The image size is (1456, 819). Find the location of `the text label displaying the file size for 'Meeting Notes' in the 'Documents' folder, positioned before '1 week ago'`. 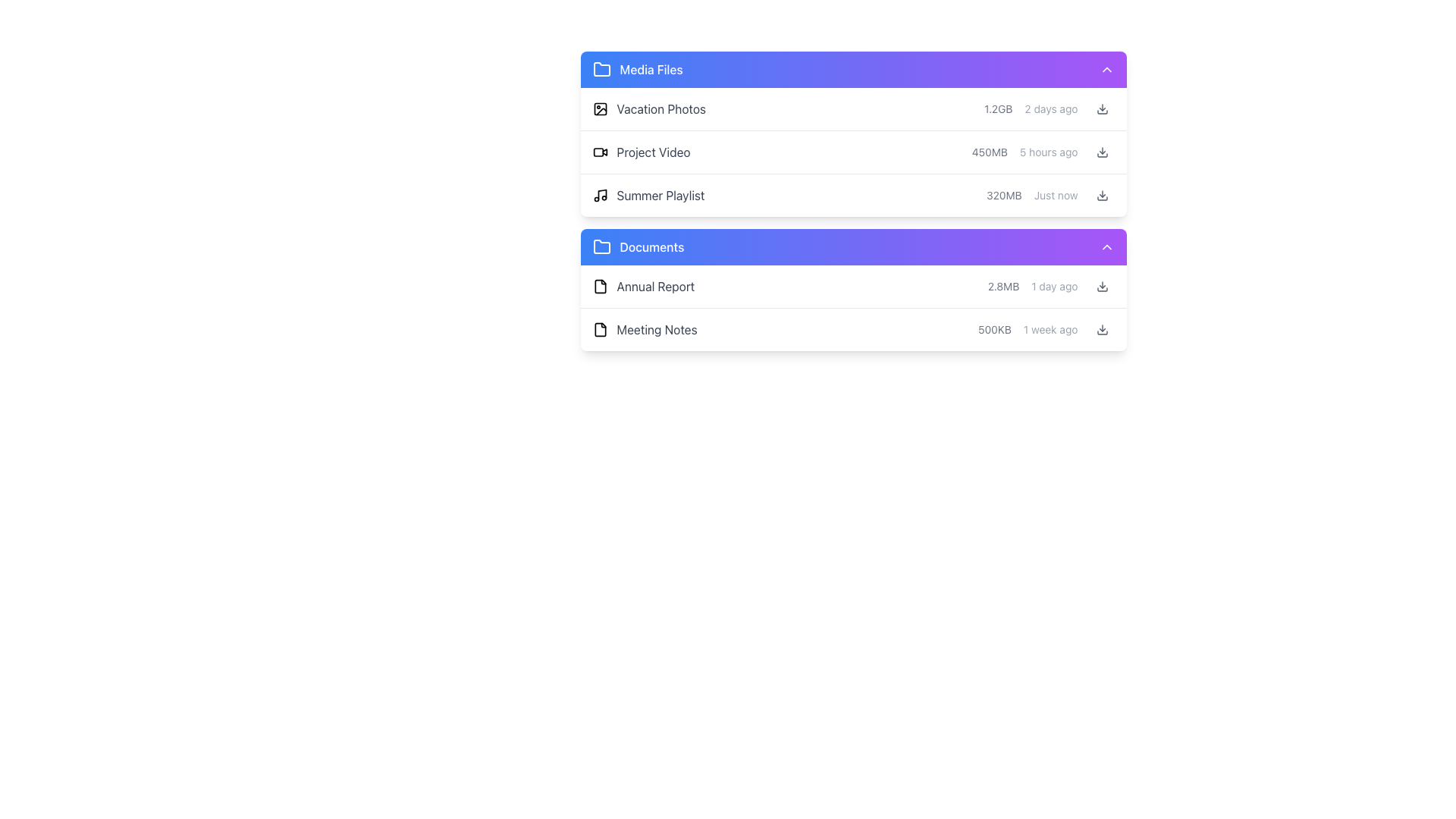

the text label displaying the file size for 'Meeting Notes' in the 'Documents' folder, positioned before '1 week ago' is located at coordinates (994, 329).